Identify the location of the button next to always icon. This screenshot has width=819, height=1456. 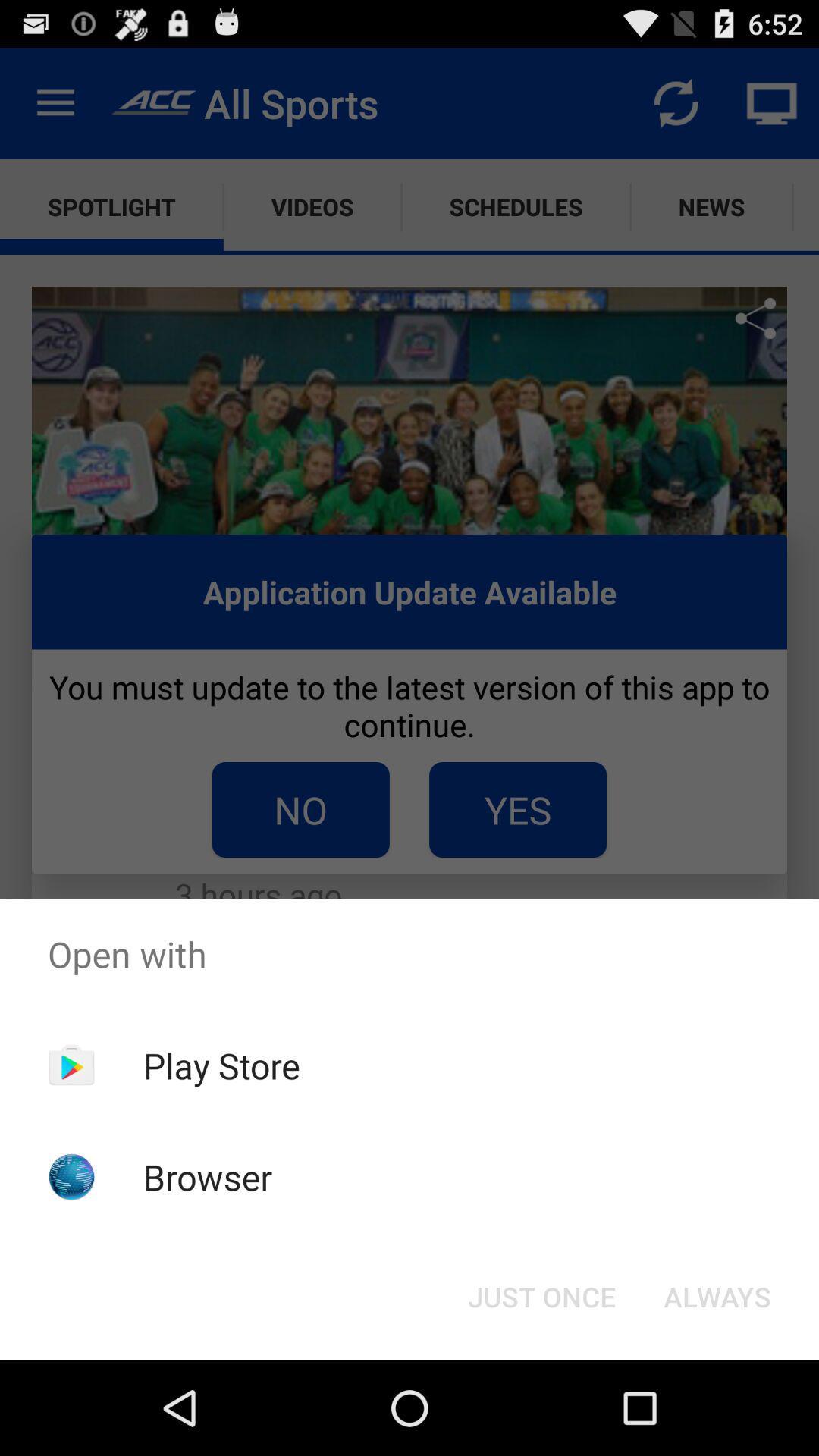
(541, 1295).